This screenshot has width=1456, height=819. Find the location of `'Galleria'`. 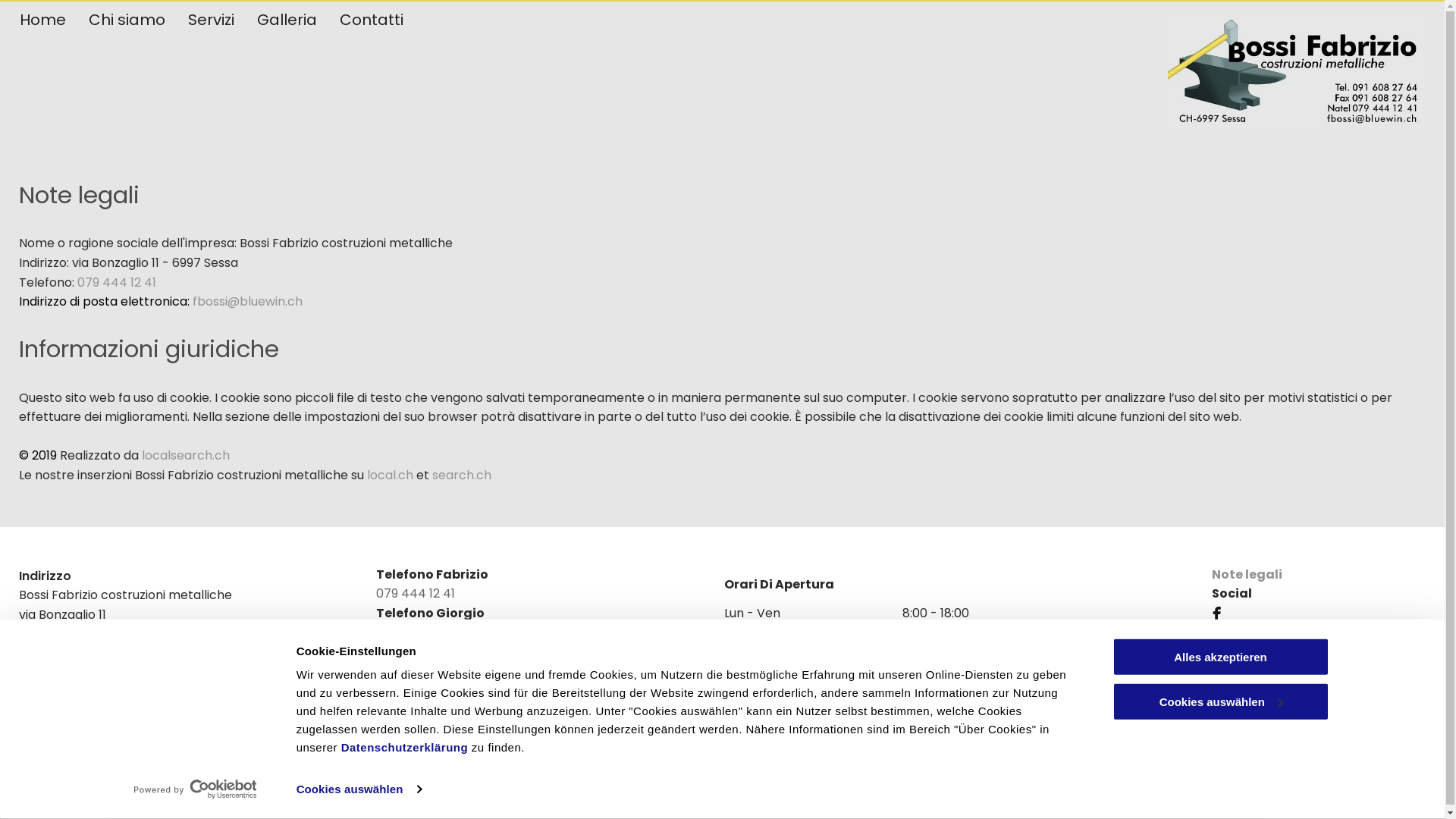

'Galleria' is located at coordinates (287, 18).